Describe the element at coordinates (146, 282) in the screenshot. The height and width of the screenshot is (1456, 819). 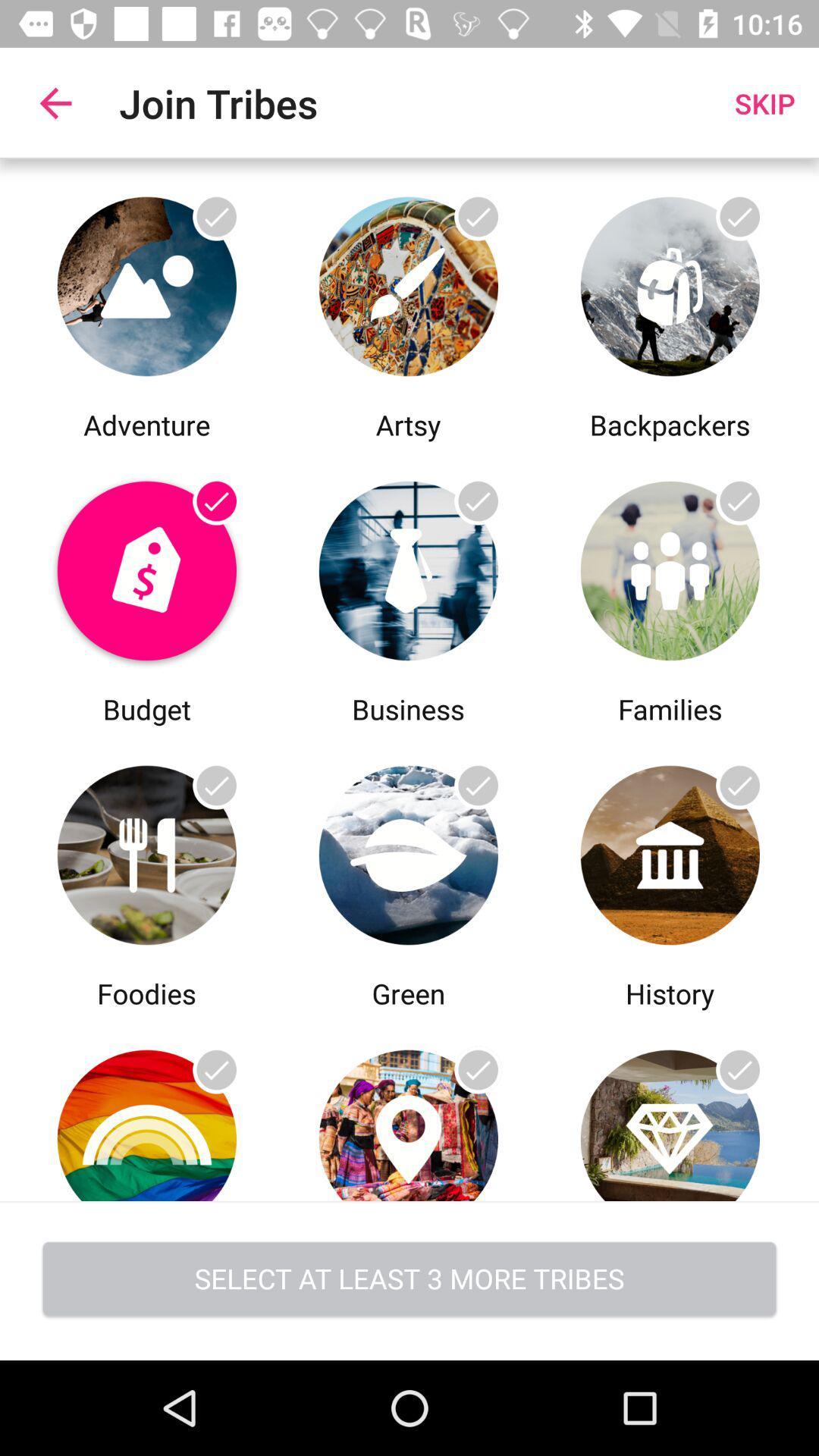
I see `go on adventure option` at that location.